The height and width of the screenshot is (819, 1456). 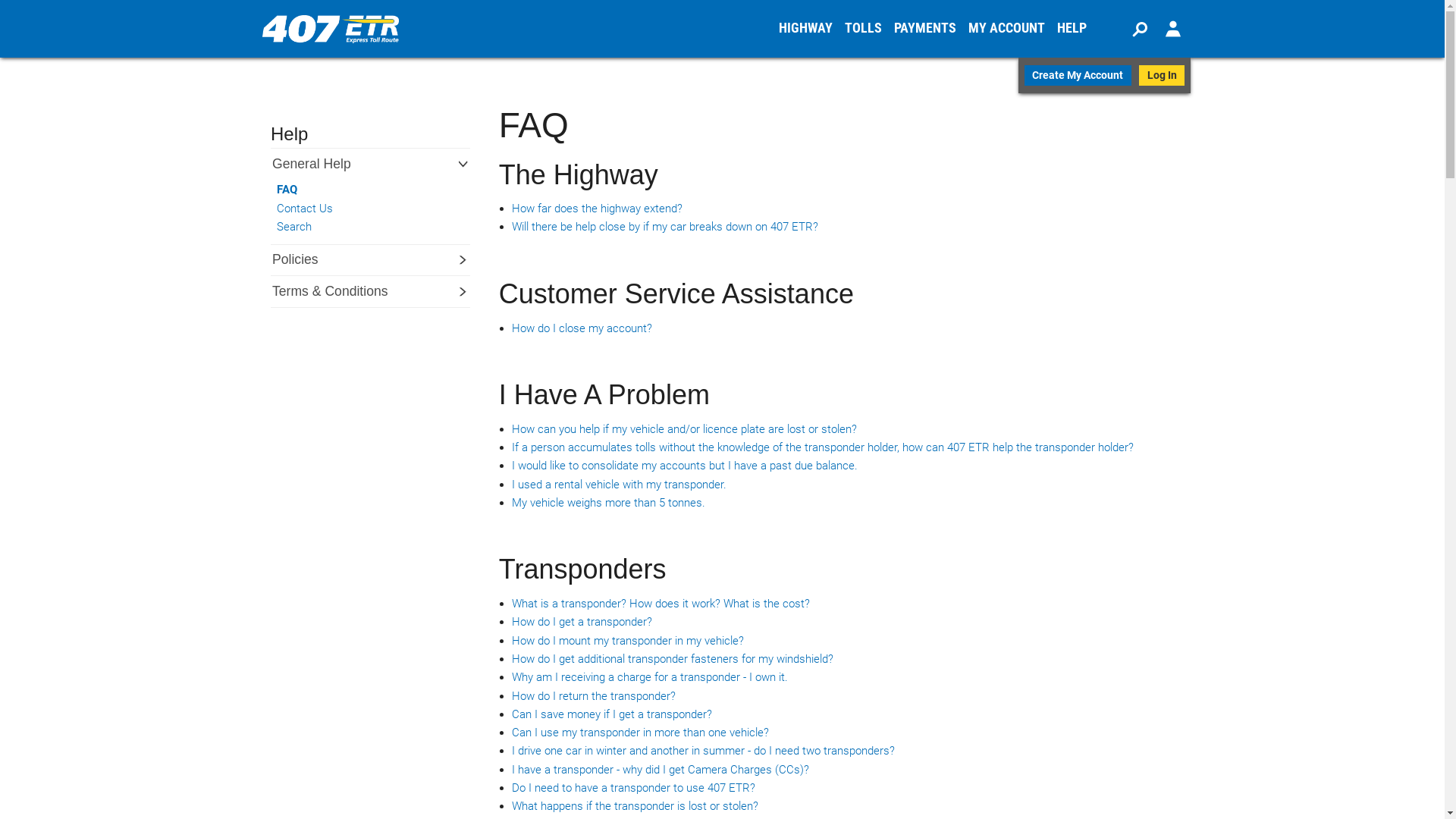 I want to click on 'How do I get a transponder?', so click(x=581, y=622).